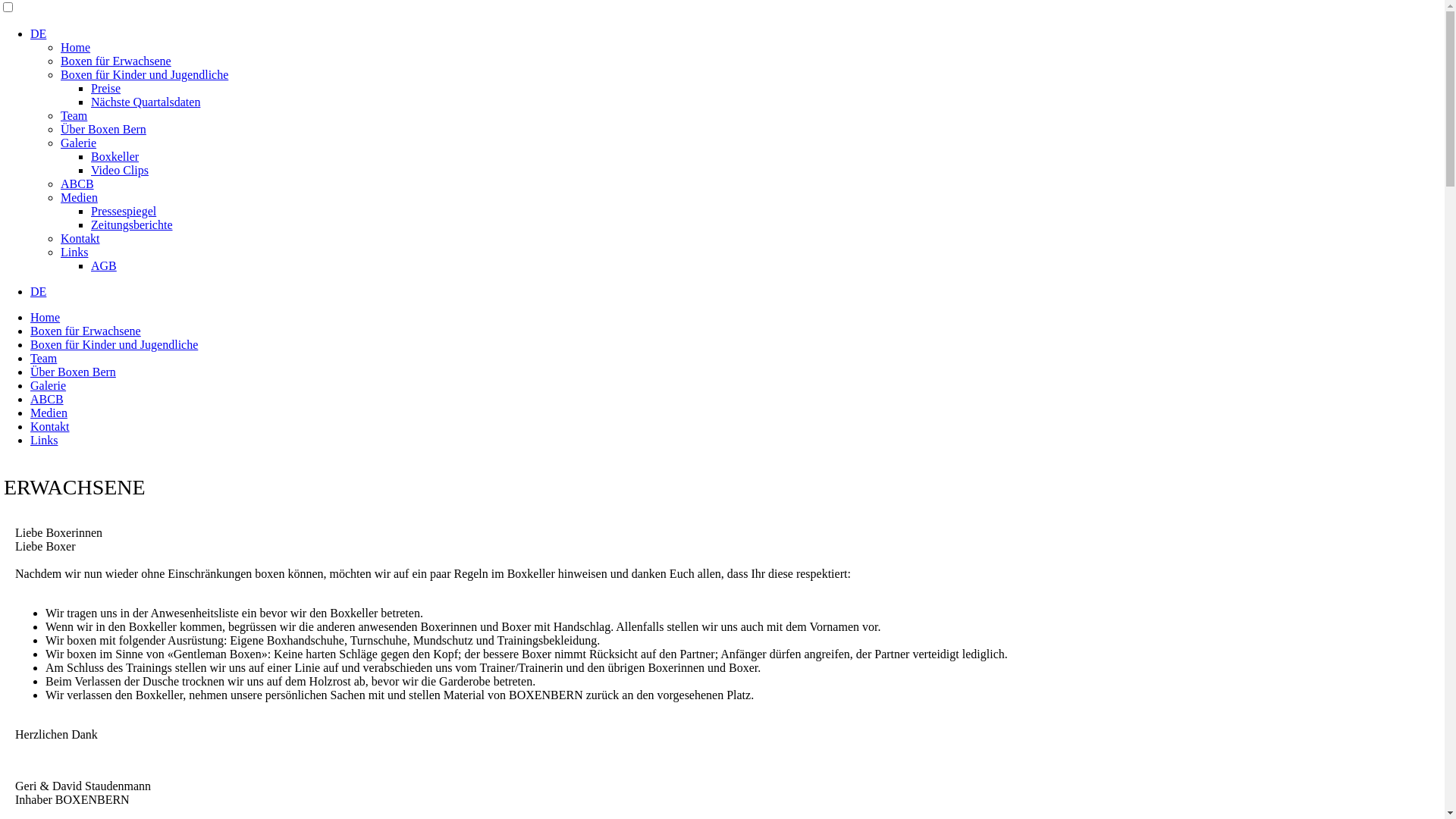  Describe the element at coordinates (90, 224) in the screenshot. I see `'Zeitungsberichte'` at that location.